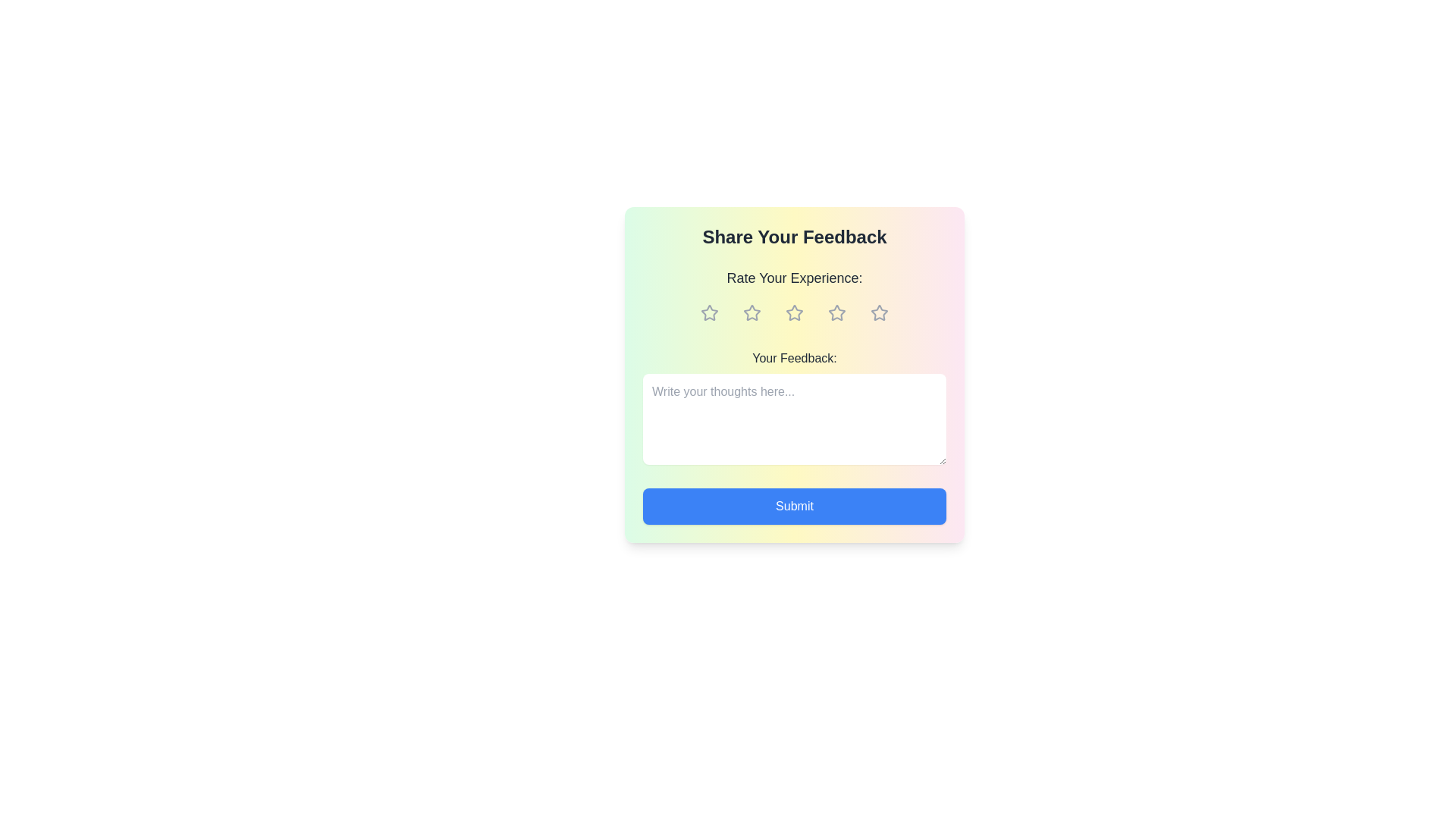 This screenshot has width=1456, height=819. Describe the element at coordinates (752, 312) in the screenshot. I see `the second star-shaped rating icon under the text 'Rate Your Experience' to rate it` at that location.